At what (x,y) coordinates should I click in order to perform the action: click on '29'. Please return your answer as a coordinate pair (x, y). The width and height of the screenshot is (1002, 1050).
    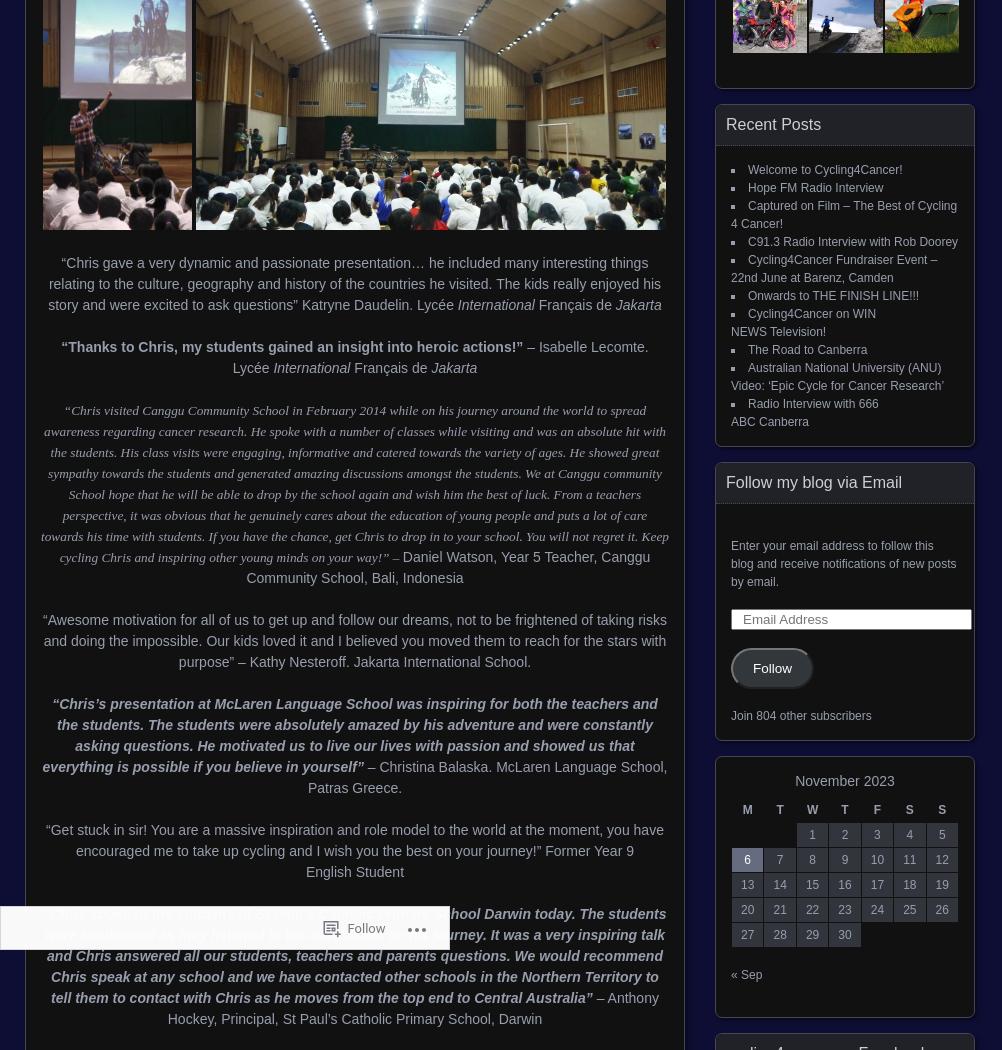
    Looking at the image, I should click on (811, 935).